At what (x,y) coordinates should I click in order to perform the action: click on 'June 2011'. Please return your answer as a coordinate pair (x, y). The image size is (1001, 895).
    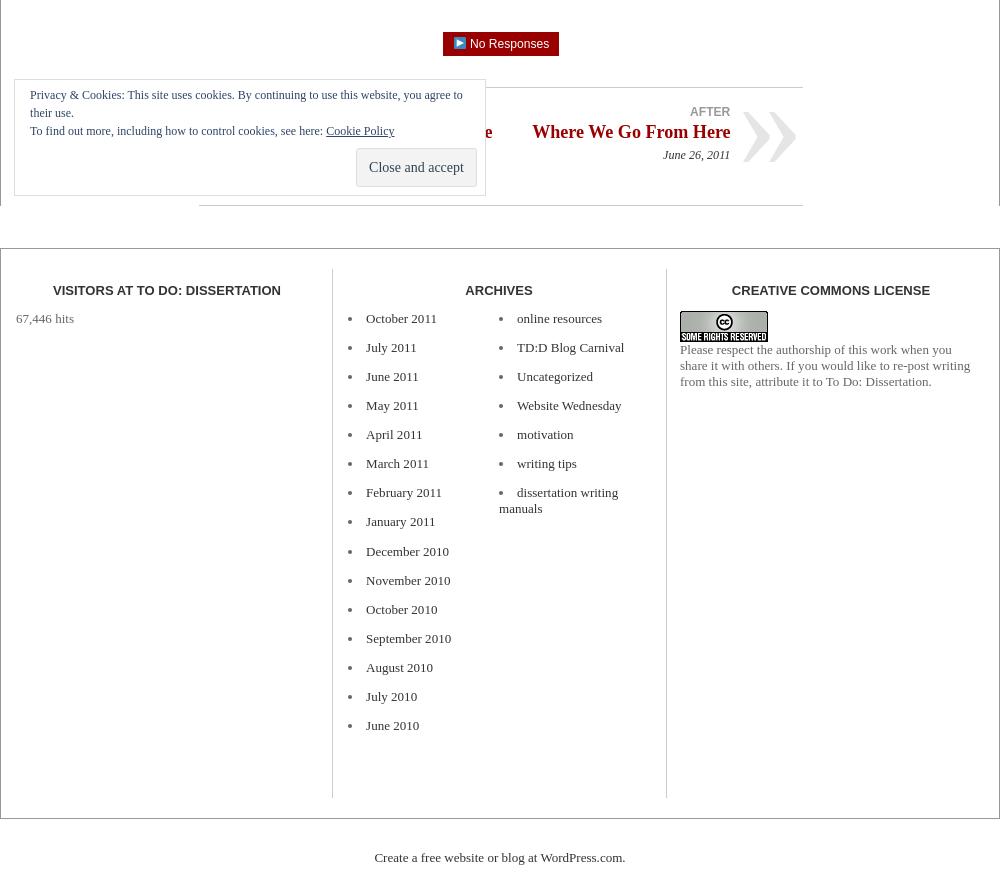
    Looking at the image, I should click on (390, 375).